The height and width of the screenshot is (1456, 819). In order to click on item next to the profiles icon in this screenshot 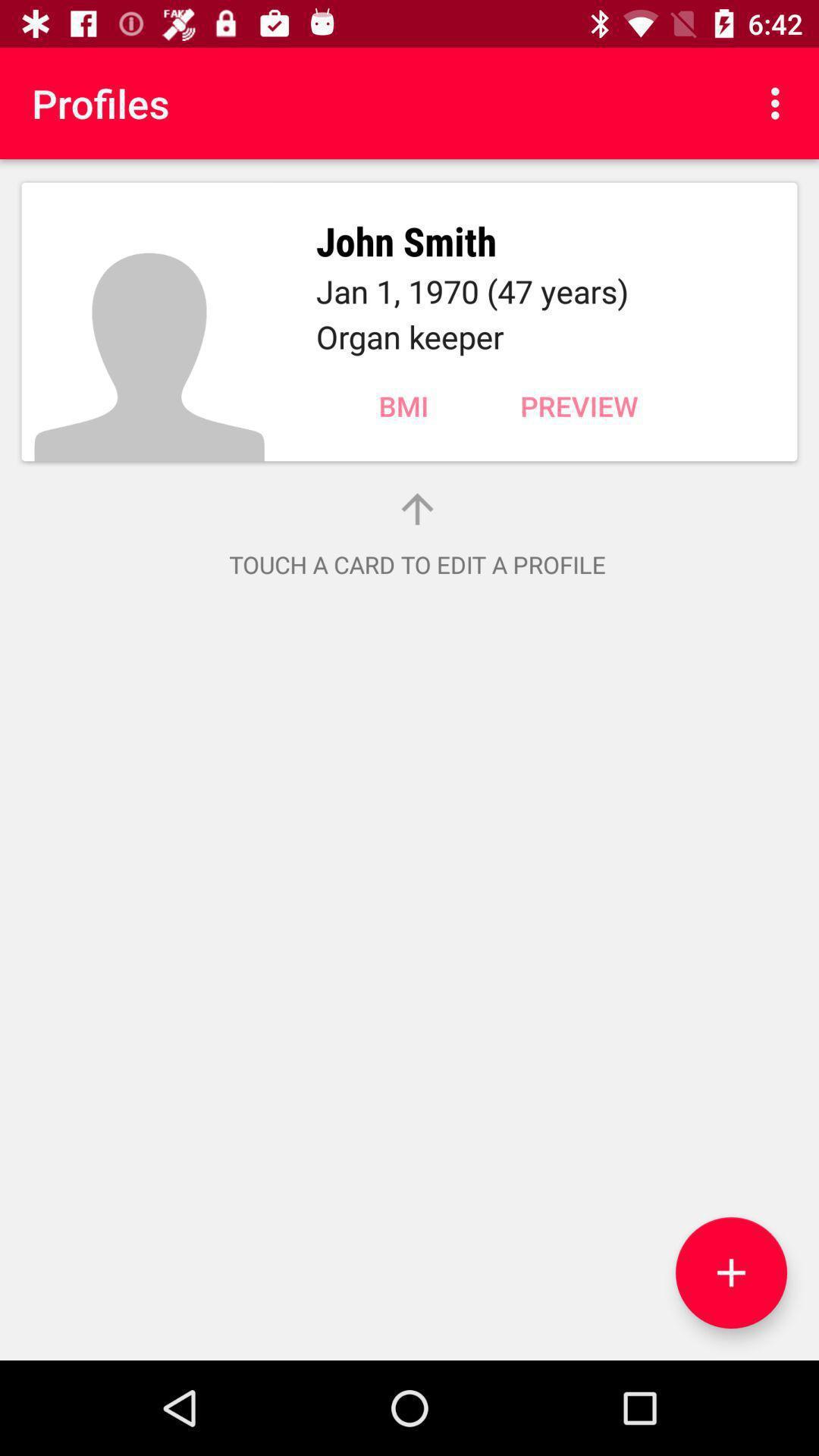, I will do `click(779, 102)`.